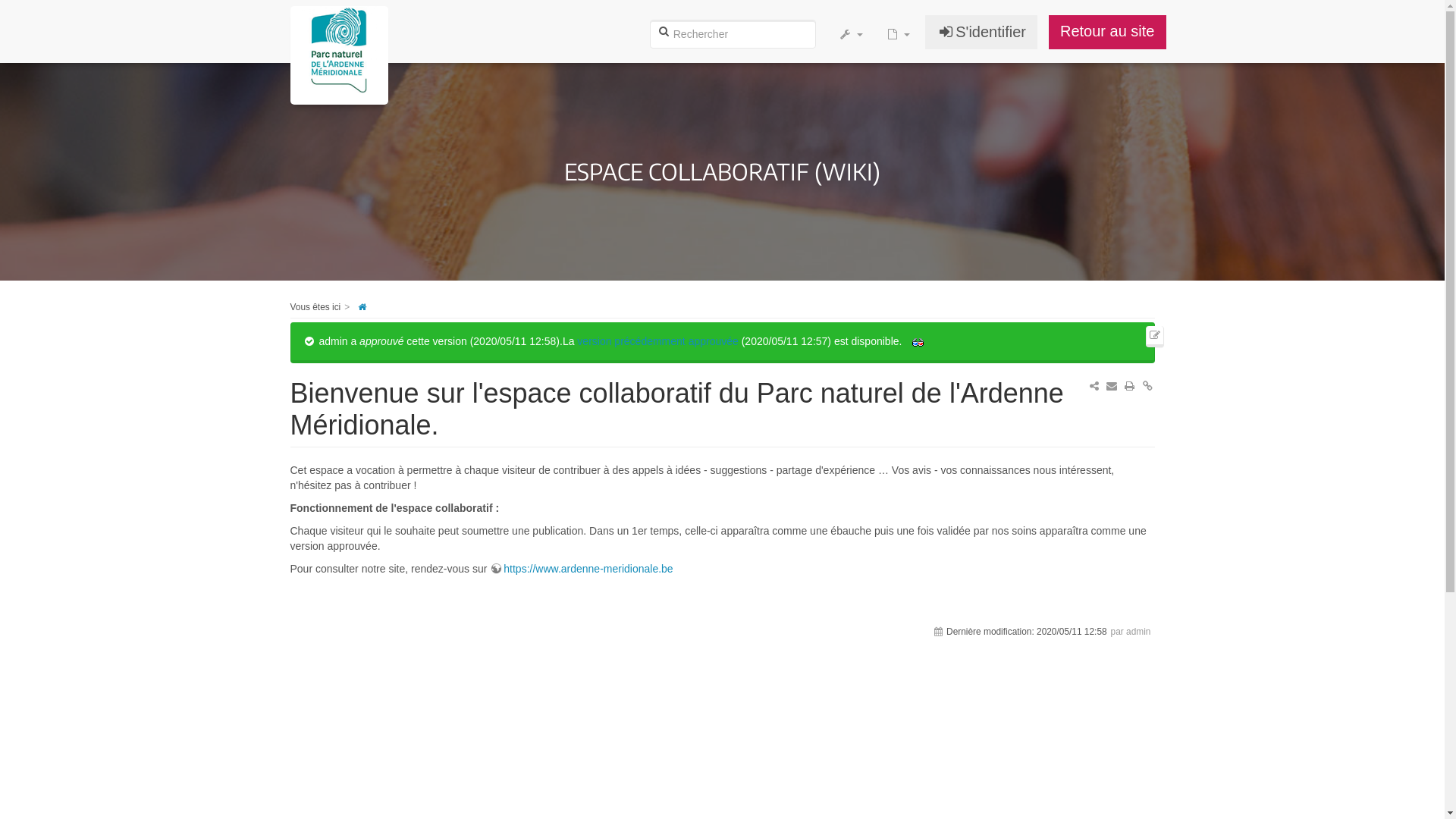 The height and width of the screenshot is (819, 1456). Describe the element at coordinates (1107, 32) in the screenshot. I see `'Retour au site'` at that location.